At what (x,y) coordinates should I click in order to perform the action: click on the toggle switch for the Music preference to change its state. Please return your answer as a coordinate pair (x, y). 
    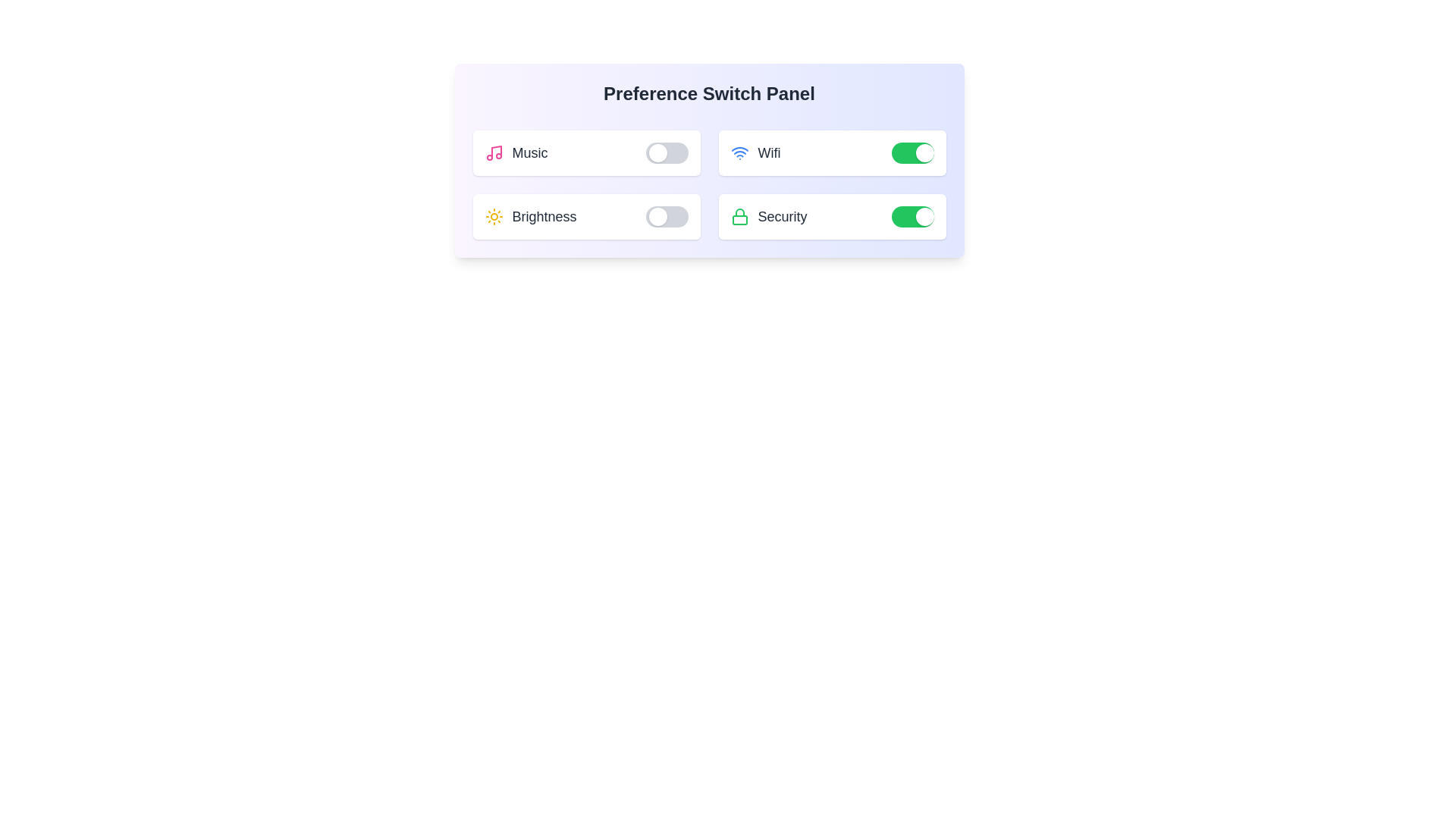
    Looking at the image, I should click on (667, 152).